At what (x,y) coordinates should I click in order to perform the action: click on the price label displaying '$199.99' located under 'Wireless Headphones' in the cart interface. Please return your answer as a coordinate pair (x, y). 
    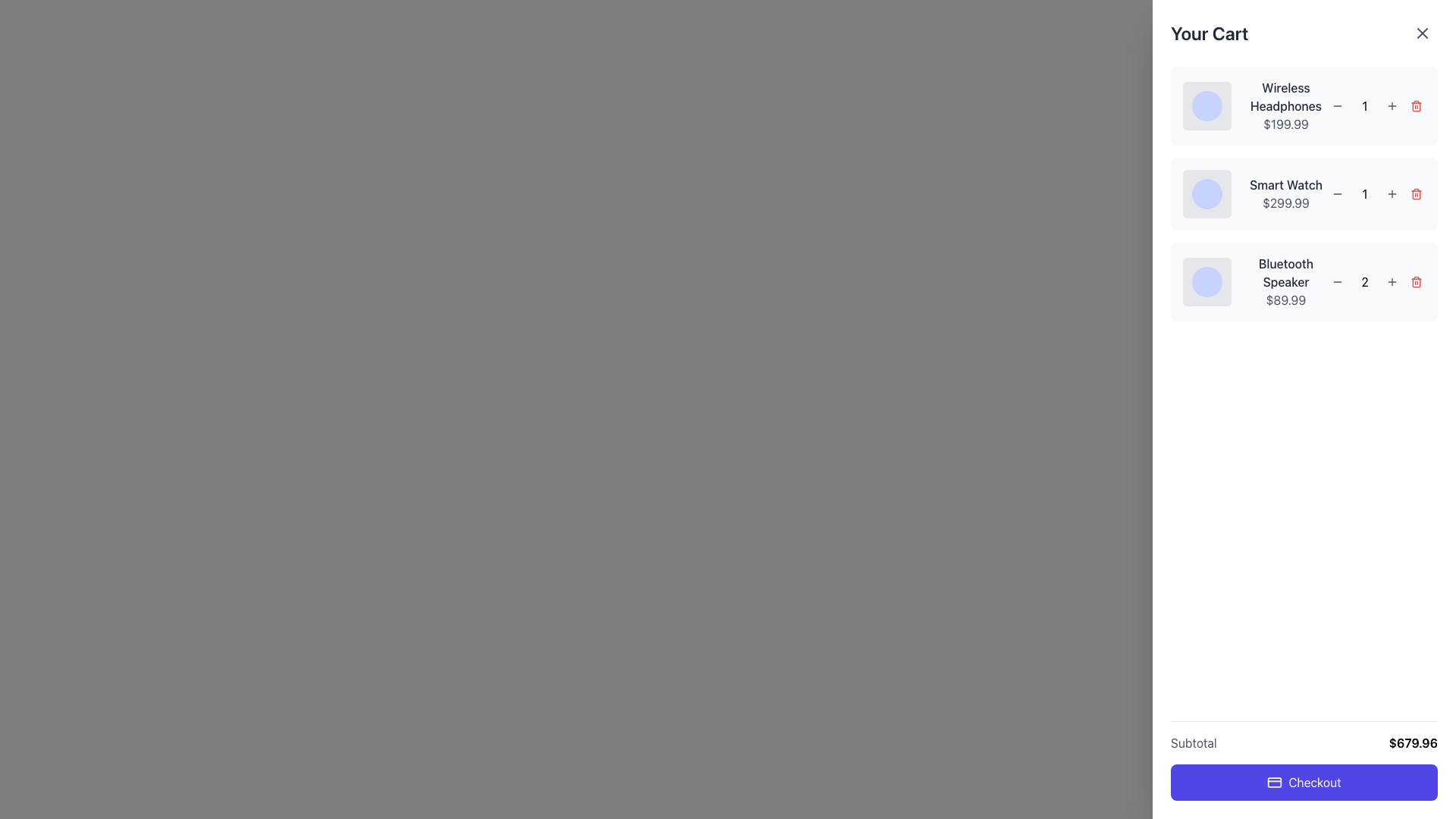
    Looking at the image, I should click on (1285, 124).